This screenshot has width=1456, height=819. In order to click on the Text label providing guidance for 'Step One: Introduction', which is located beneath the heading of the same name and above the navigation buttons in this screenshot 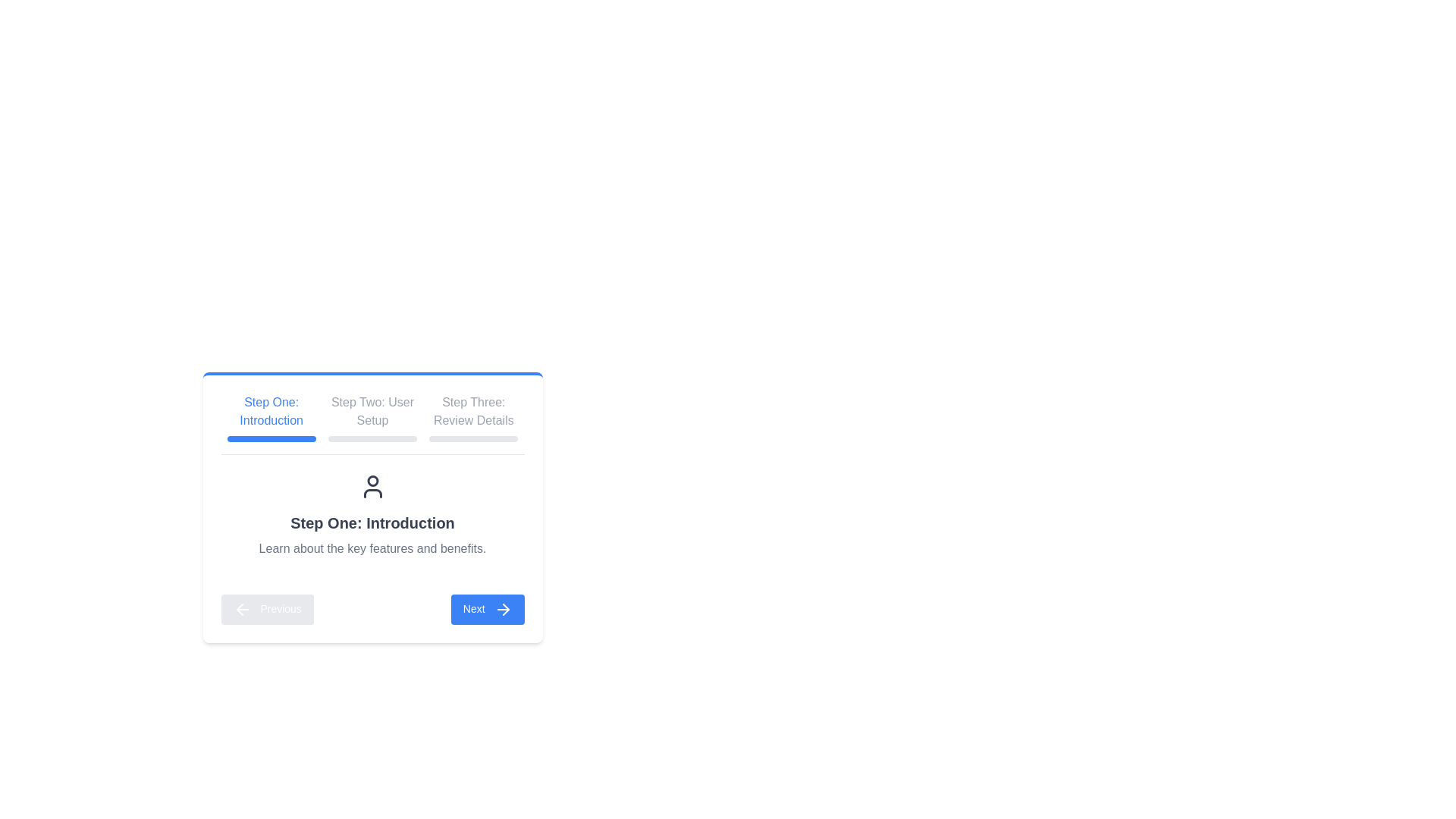, I will do `click(372, 549)`.